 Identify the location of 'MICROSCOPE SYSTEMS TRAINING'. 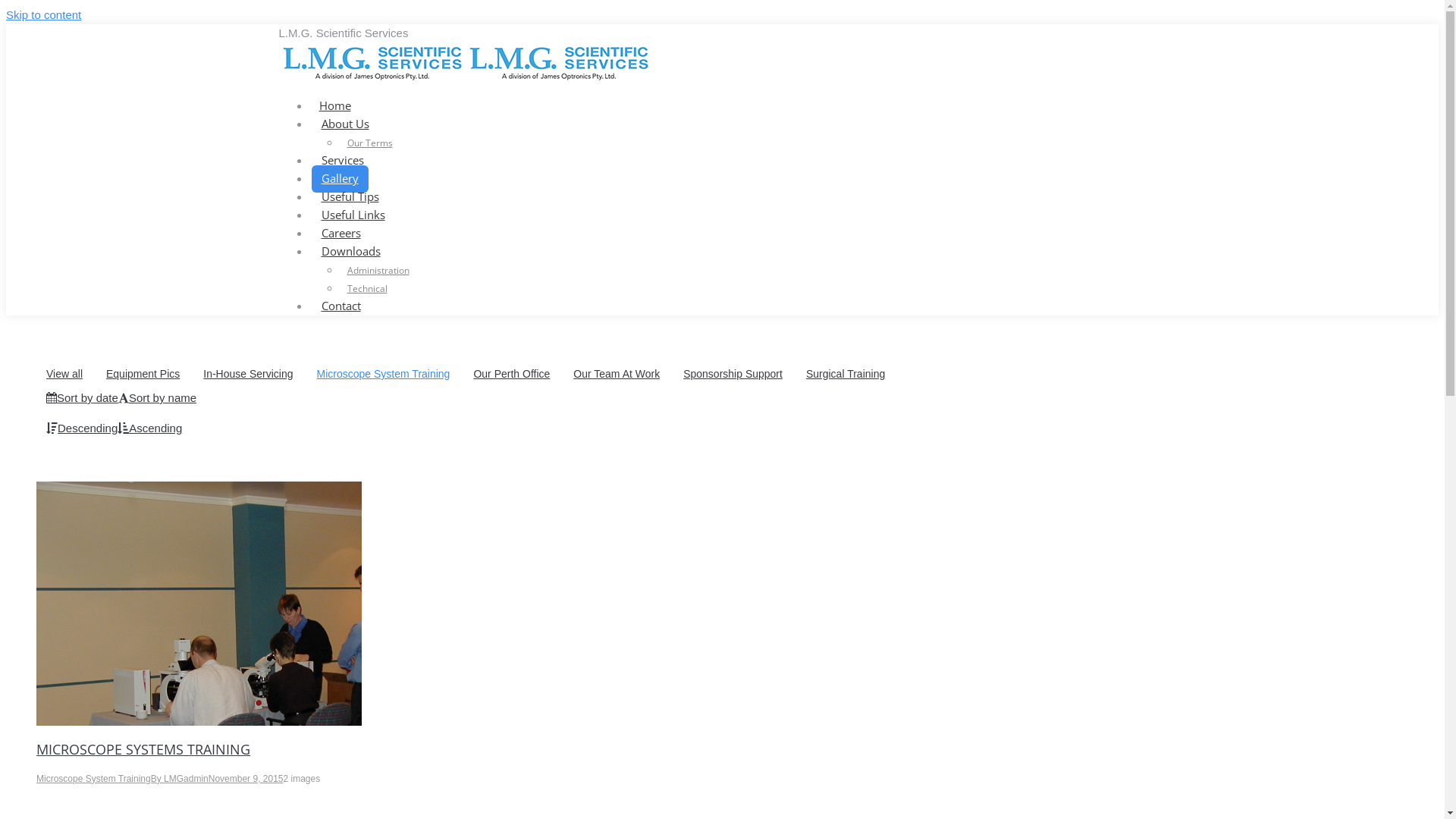
(143, 748).